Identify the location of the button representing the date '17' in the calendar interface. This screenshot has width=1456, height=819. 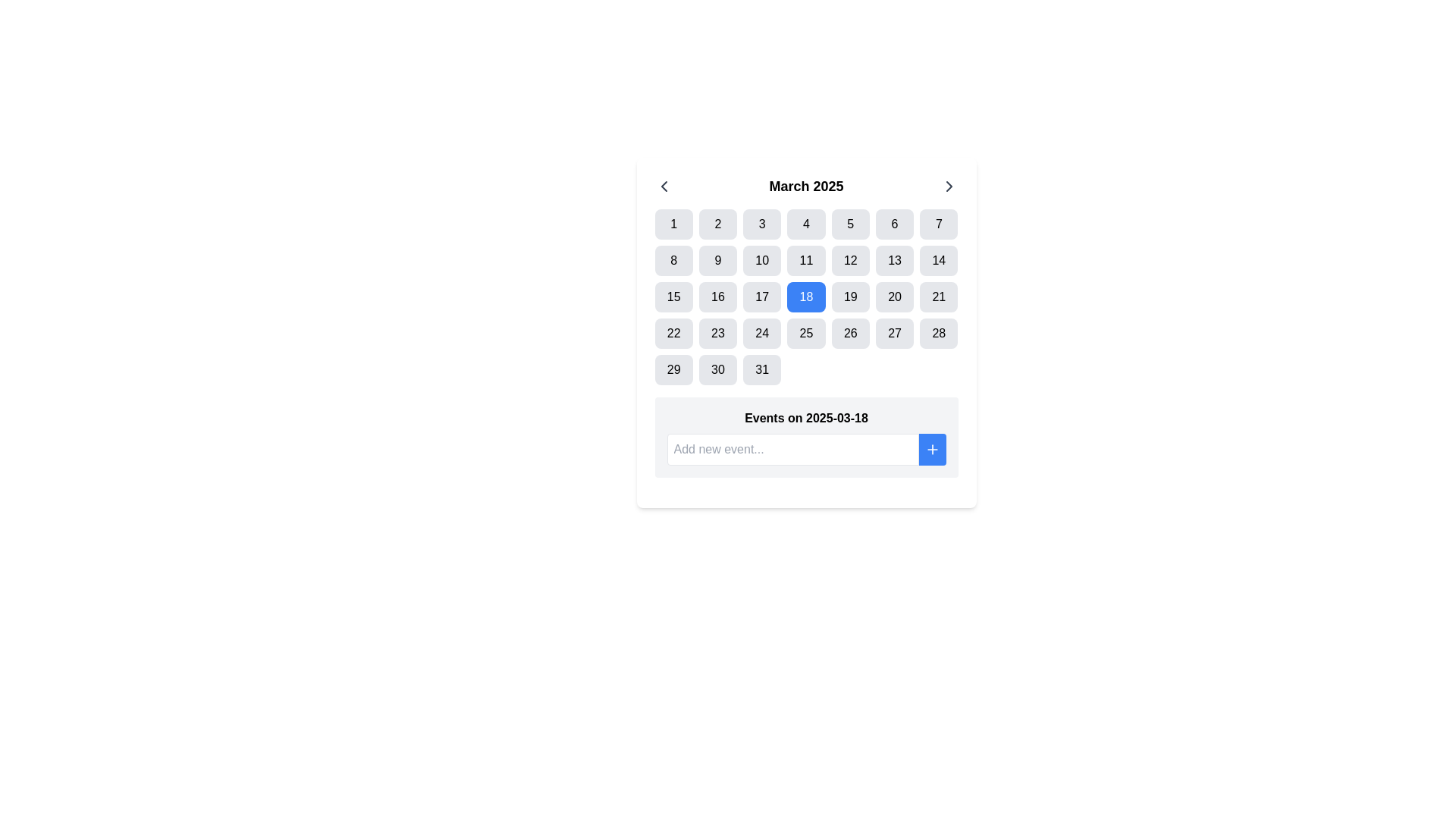
(762, 297).